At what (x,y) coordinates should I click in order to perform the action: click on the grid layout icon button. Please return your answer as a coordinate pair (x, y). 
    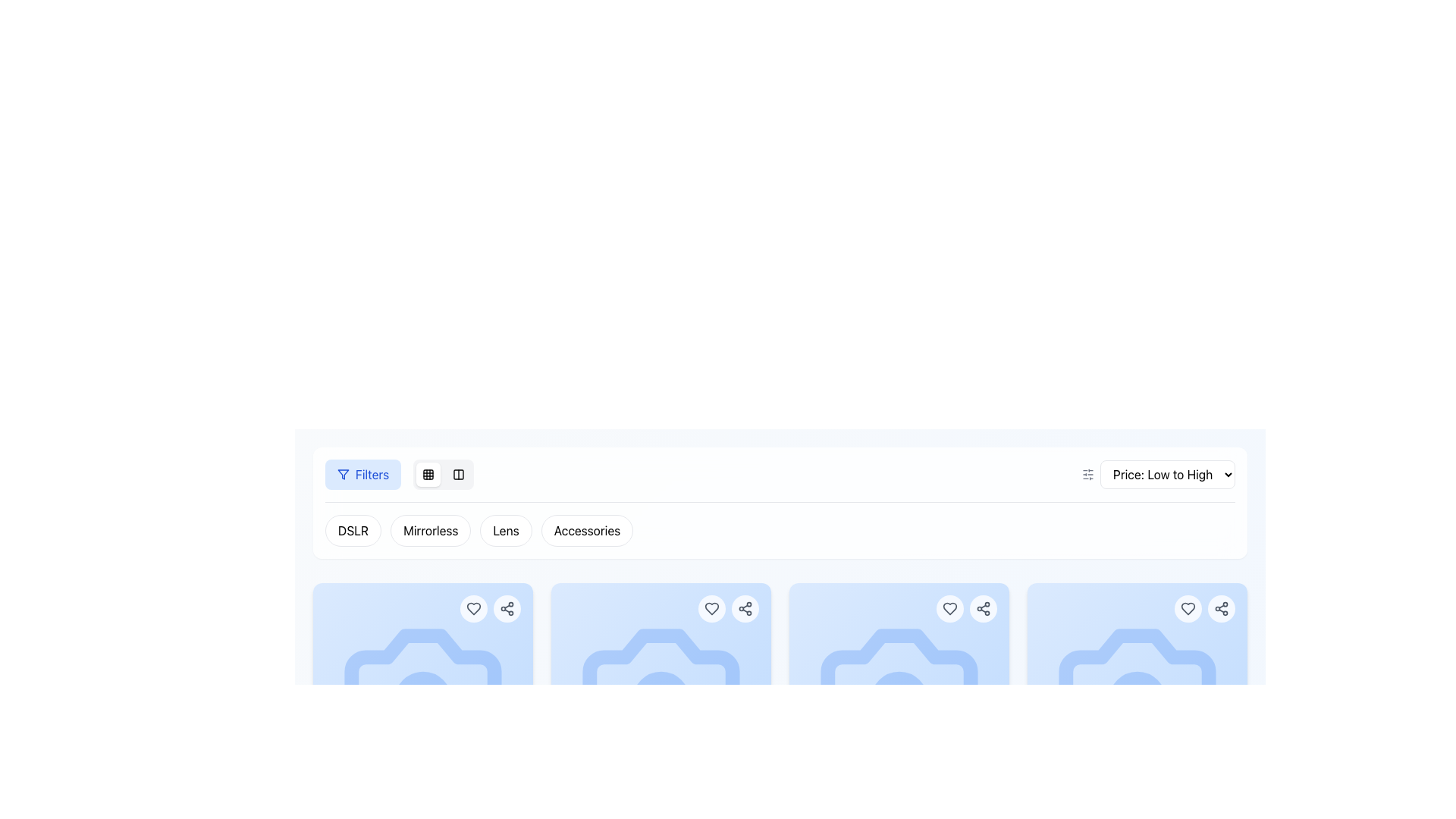
    Looking at the image, I should click on (428, 473).